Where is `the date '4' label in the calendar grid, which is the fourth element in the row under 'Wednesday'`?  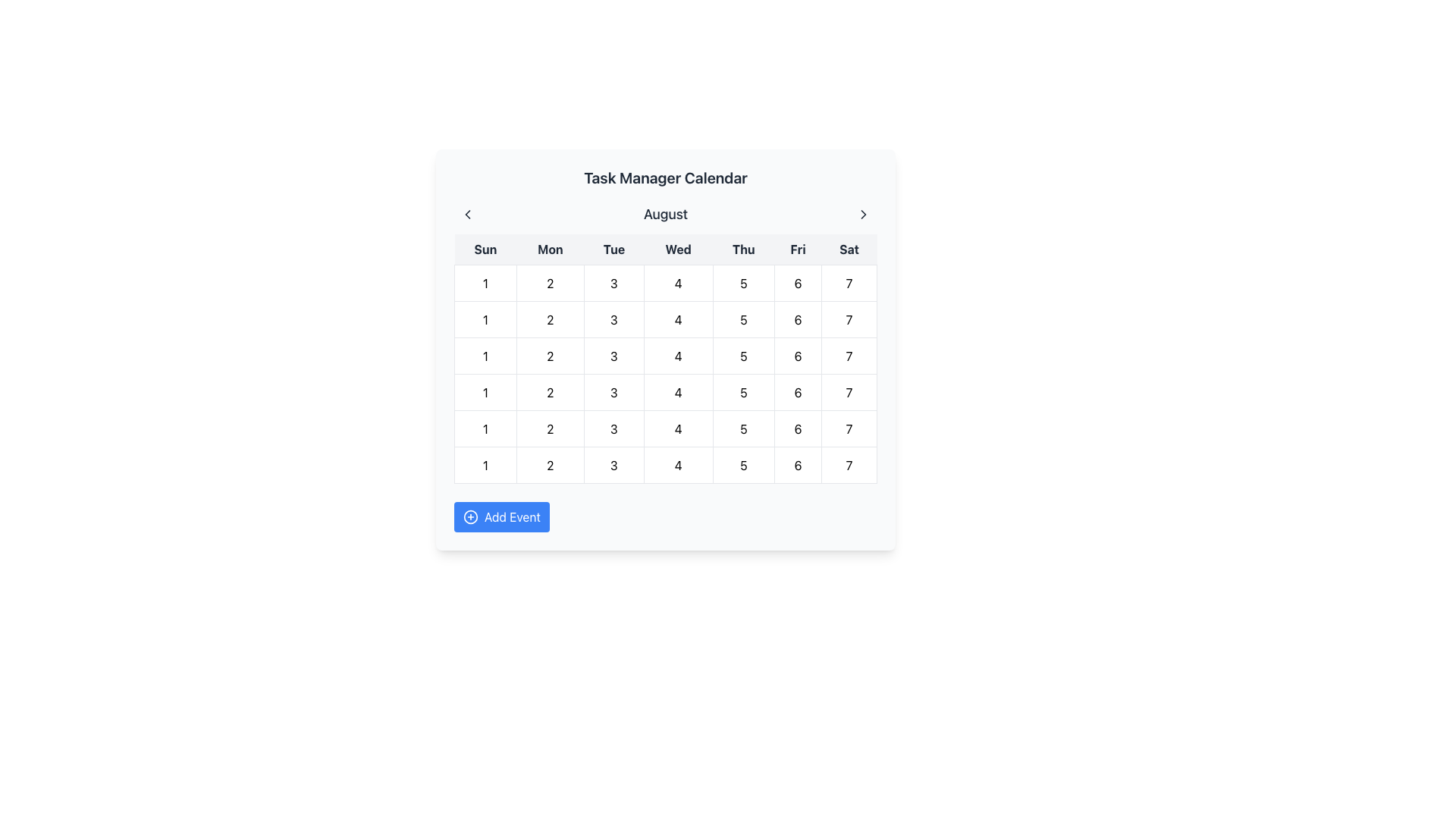 the date '4' label in the calendar grid, which is the fourth element in the row under 'Wednesday' is located at coordinates (677, 391).